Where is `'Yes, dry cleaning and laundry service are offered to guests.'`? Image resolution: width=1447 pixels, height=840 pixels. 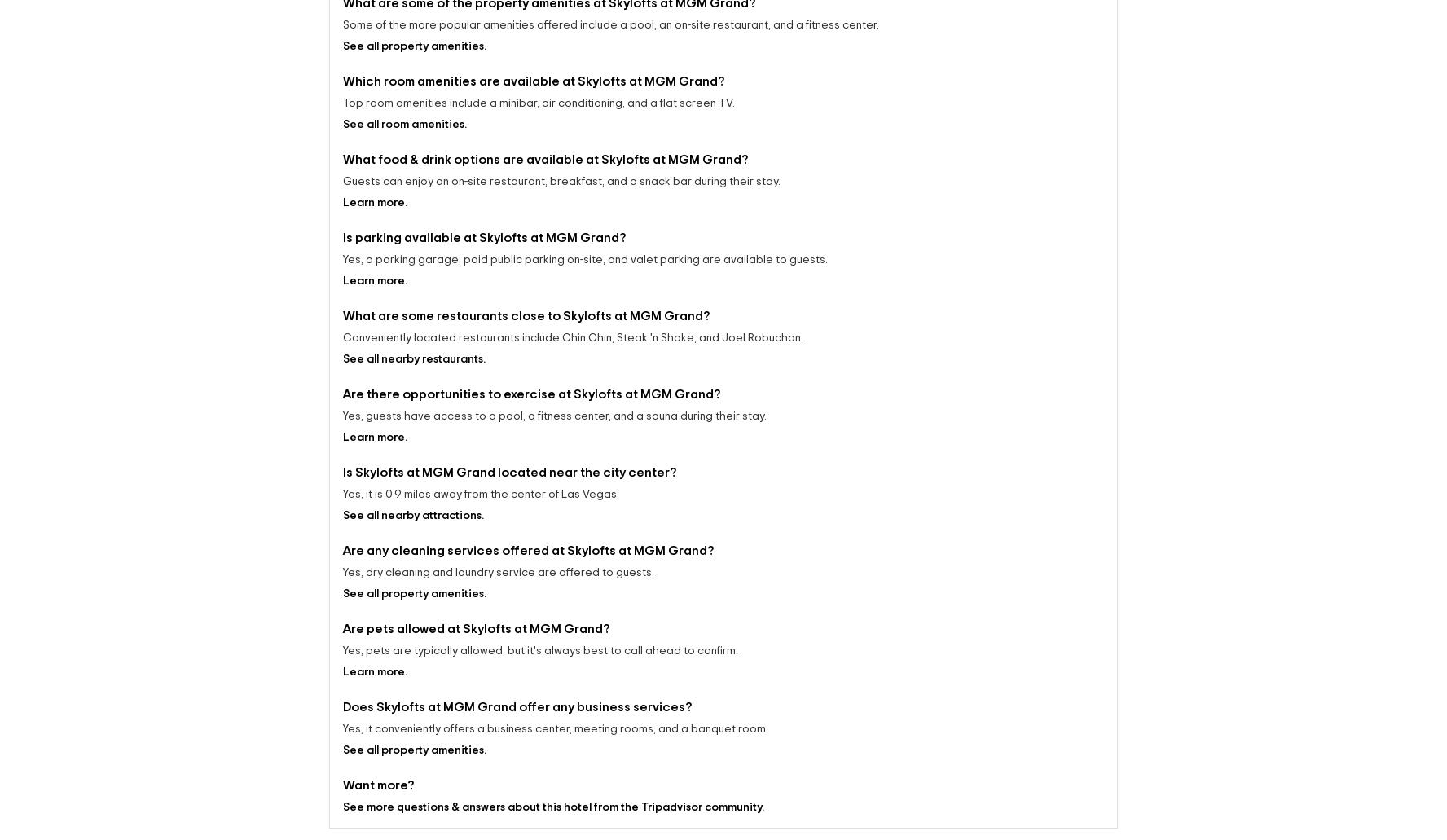
'Yes, dry cleaning and laundry service are offered to guests.' is located at coordinates (498, 557).